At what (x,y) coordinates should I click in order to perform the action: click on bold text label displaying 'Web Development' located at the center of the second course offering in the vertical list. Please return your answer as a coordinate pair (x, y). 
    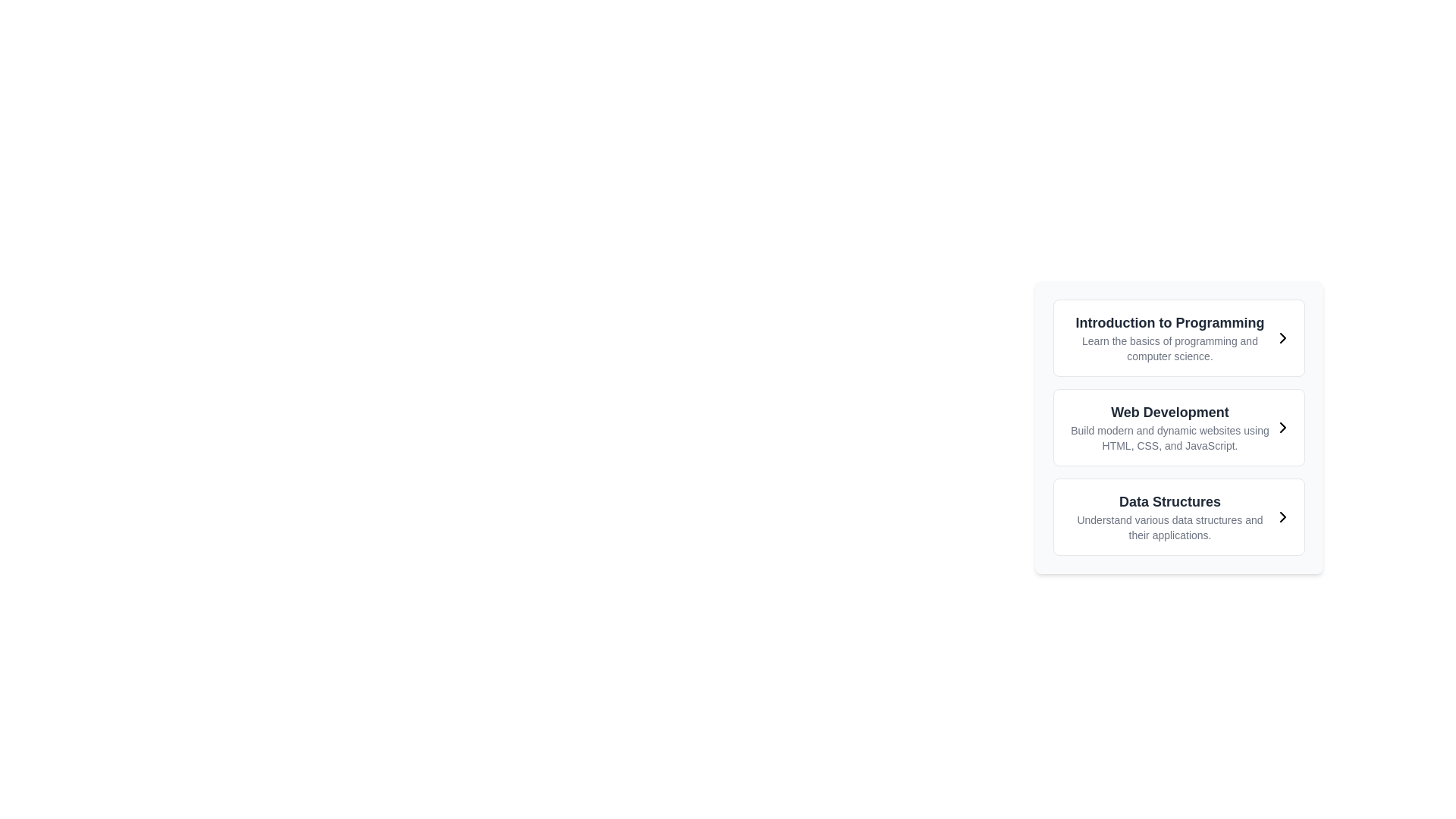
    Looking at the image, I should click on (1169, 412).